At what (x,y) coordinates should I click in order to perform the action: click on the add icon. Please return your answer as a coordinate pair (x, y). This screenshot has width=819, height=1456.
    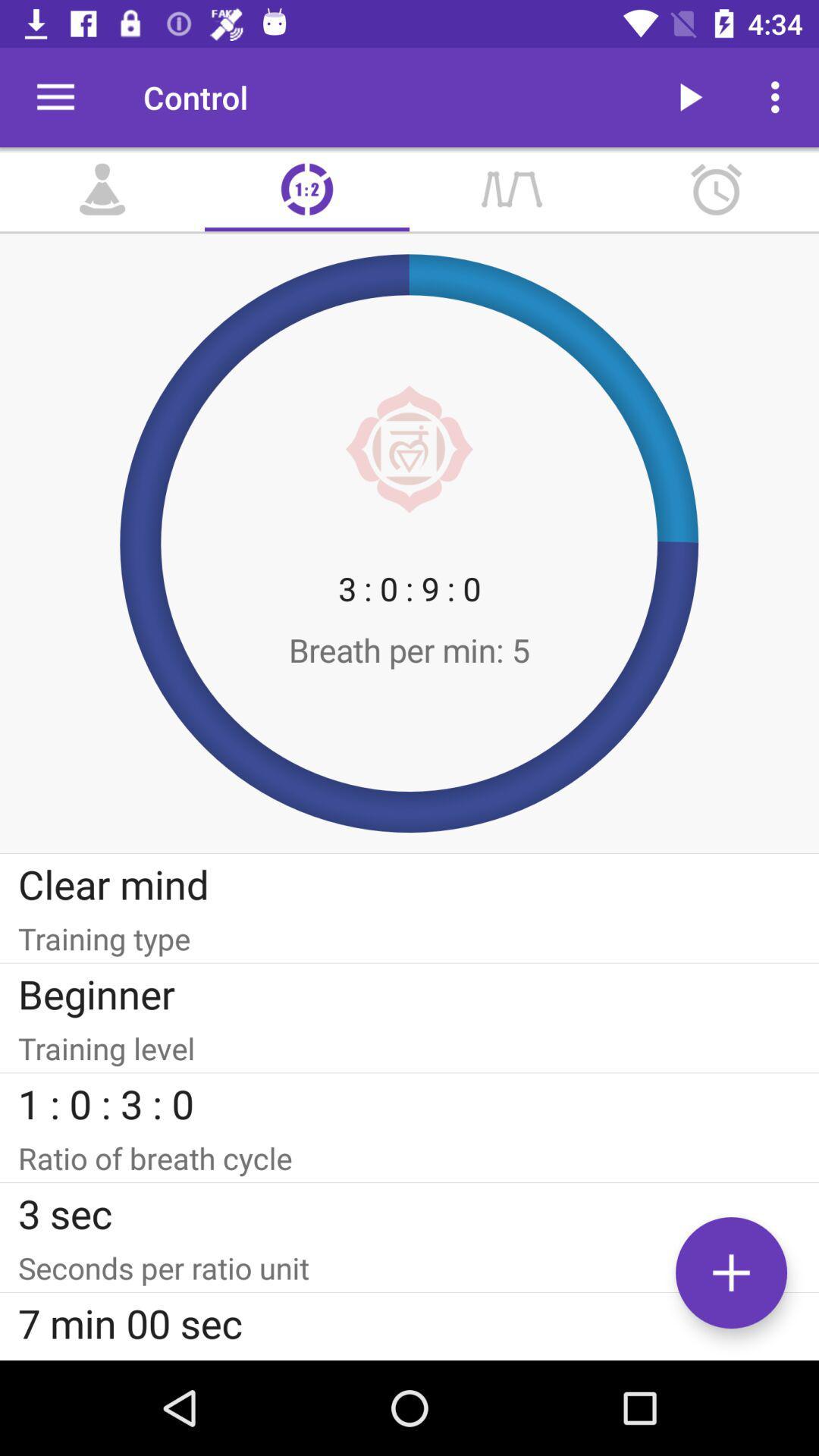
    Looking at the image, I should click on (730, 1272).